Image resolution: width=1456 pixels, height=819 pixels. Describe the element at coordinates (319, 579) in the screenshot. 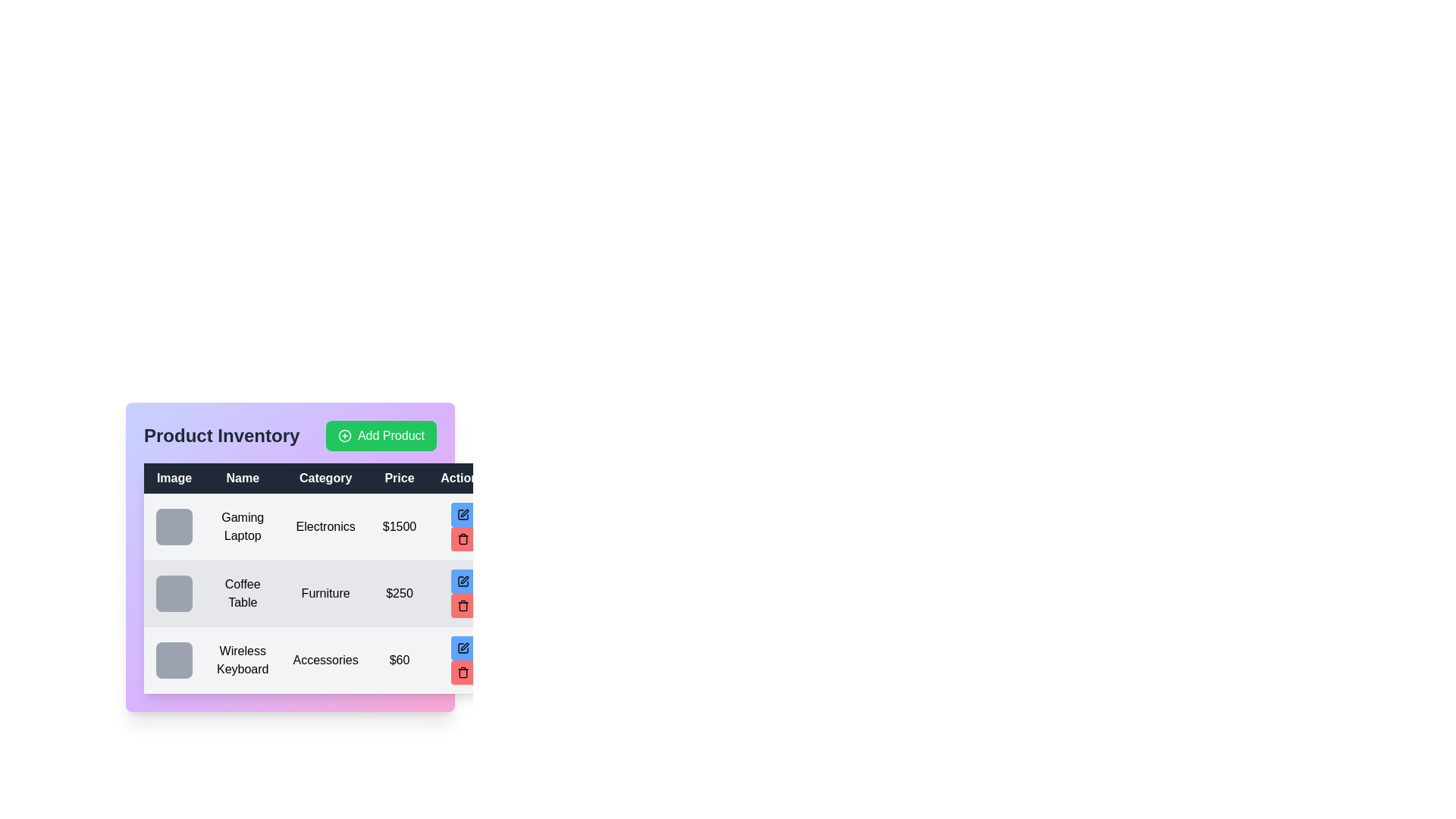

I see `the product inventory table` at that location.